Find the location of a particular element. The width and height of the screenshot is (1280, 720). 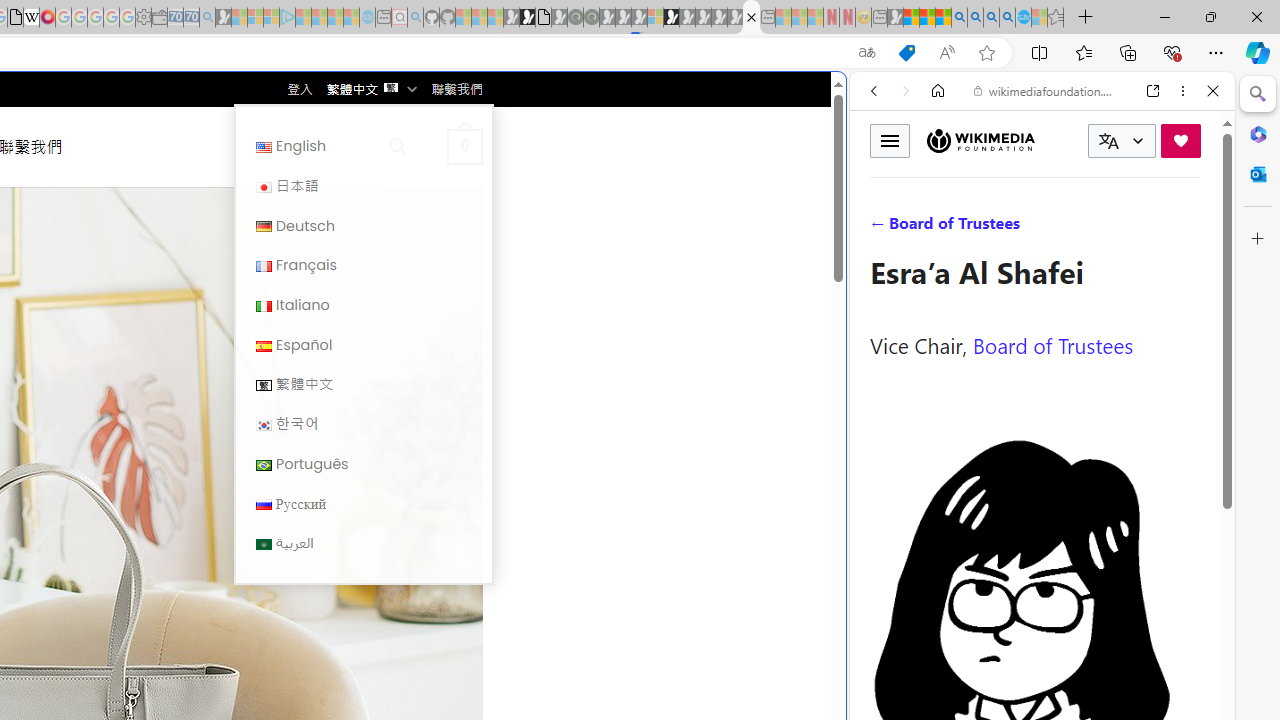

'Deutsch Deutsch' is located at coordinates (363, 225).